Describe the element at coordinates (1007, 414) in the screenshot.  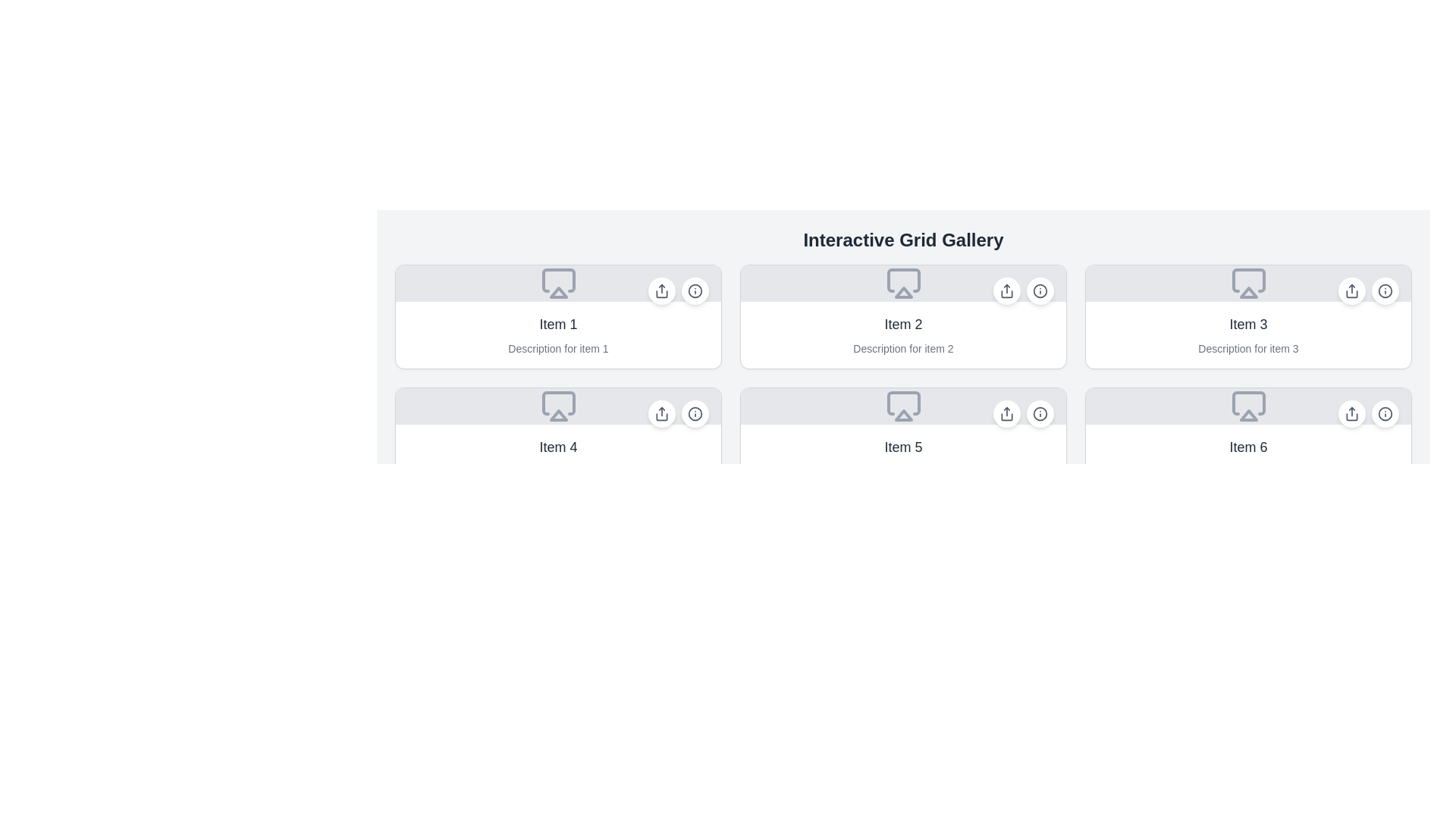
I see `the share button located in the upper-right corner of the card labeled 'Item 5' to share the associated content` at that location.